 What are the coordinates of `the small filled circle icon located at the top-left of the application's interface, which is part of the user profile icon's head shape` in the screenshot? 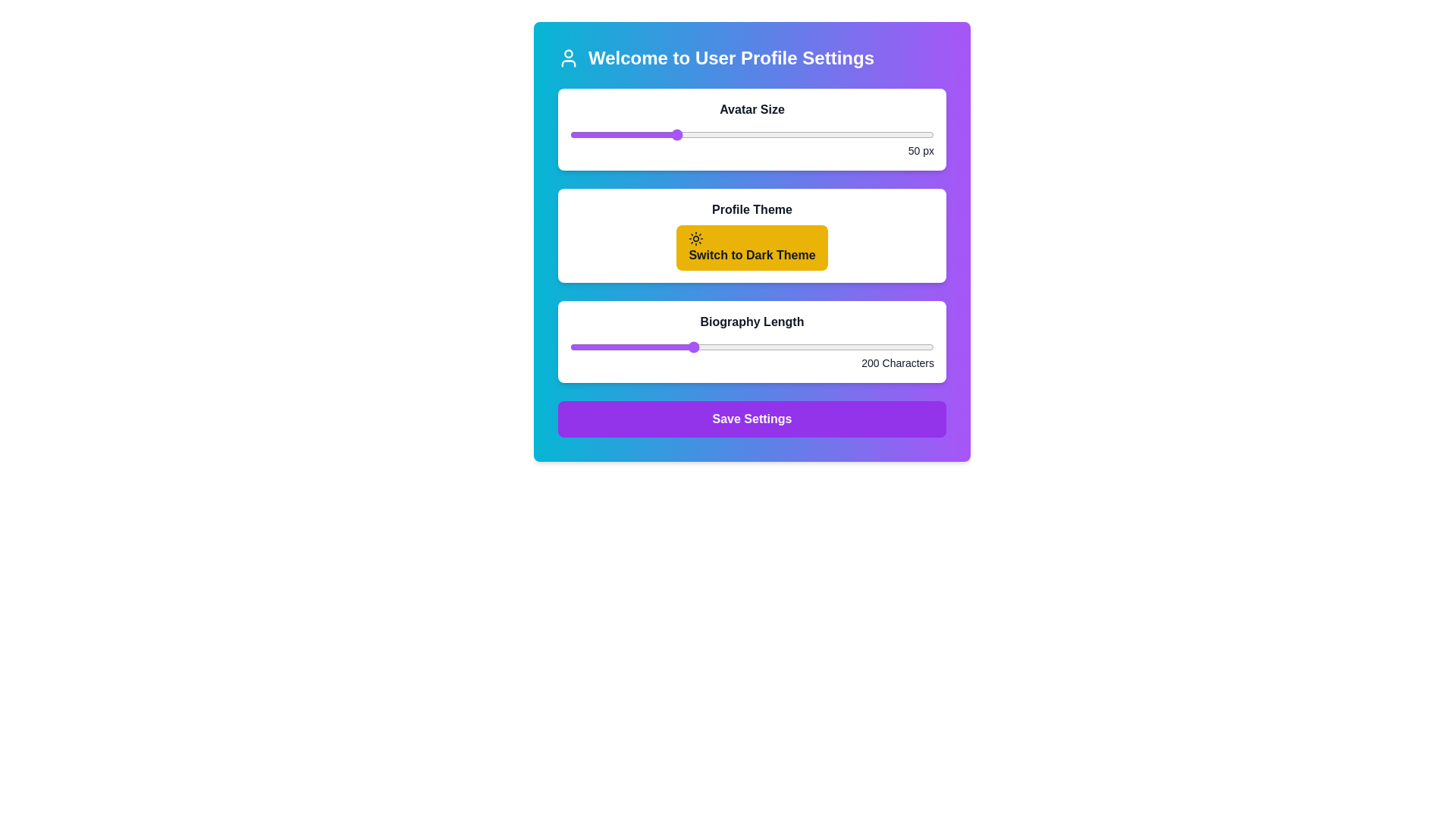 It's located at (567, 52).